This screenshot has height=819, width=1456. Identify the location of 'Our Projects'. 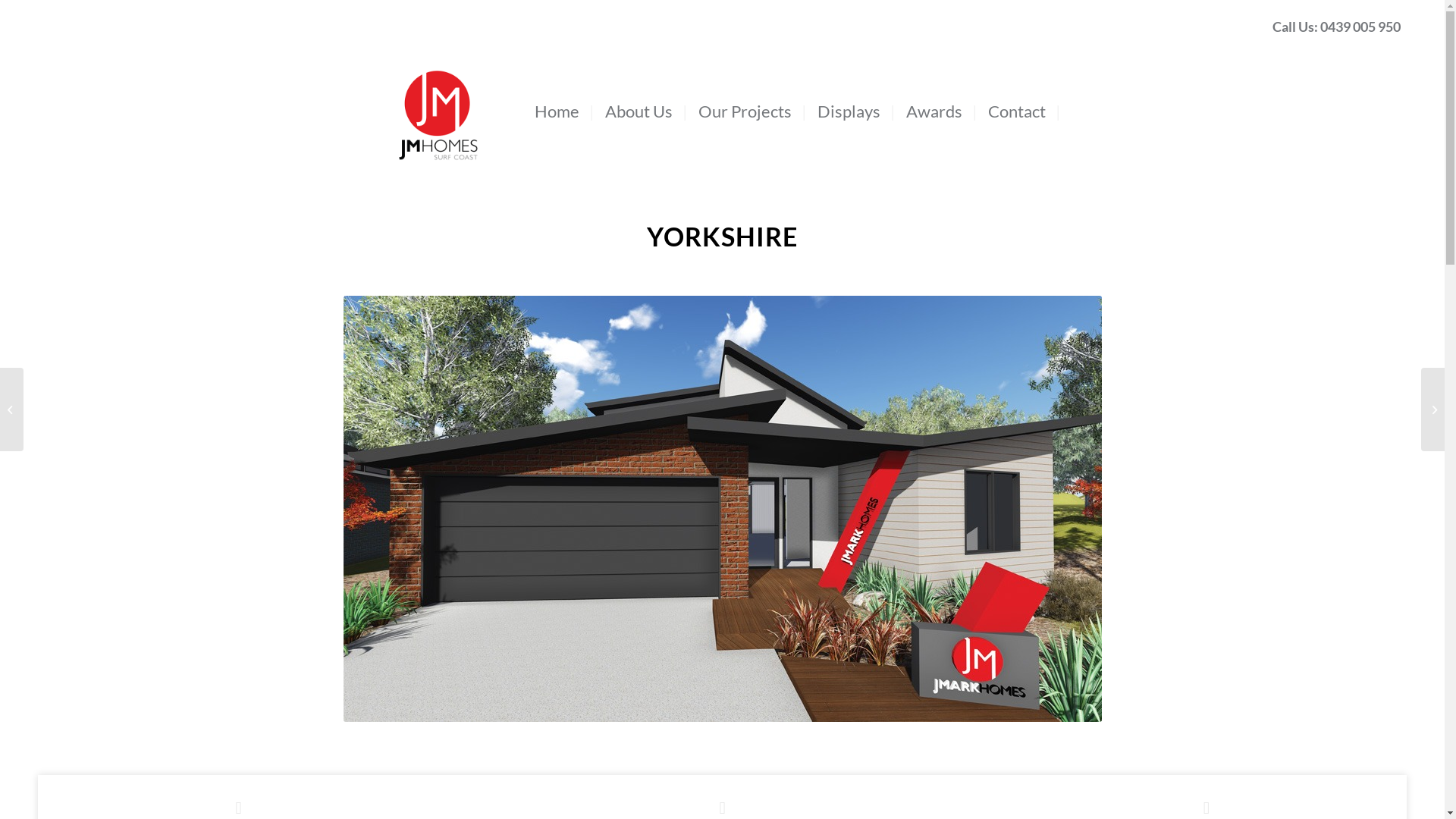
(687, 110).